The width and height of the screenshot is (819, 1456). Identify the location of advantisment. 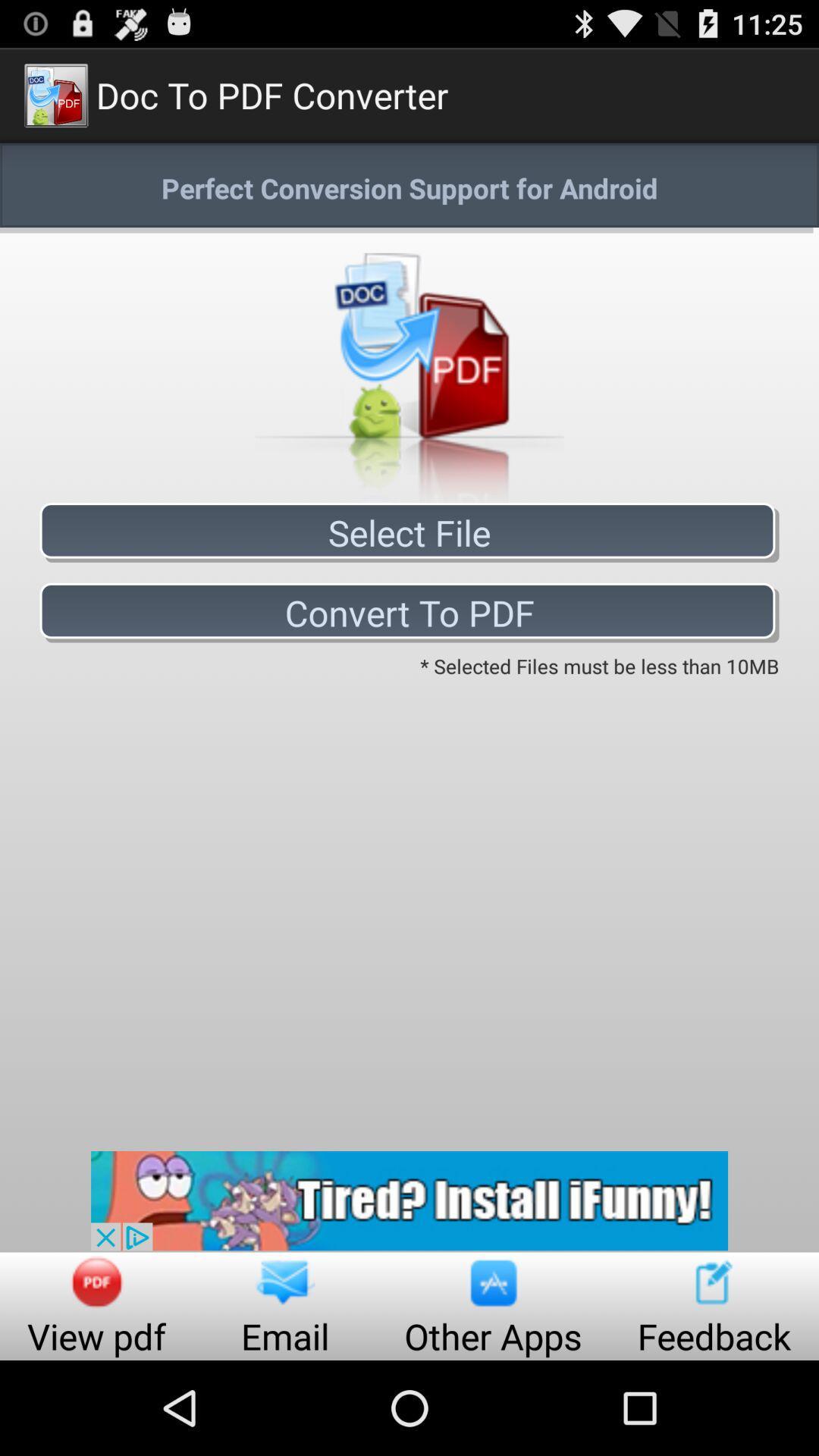
(409, 1200).